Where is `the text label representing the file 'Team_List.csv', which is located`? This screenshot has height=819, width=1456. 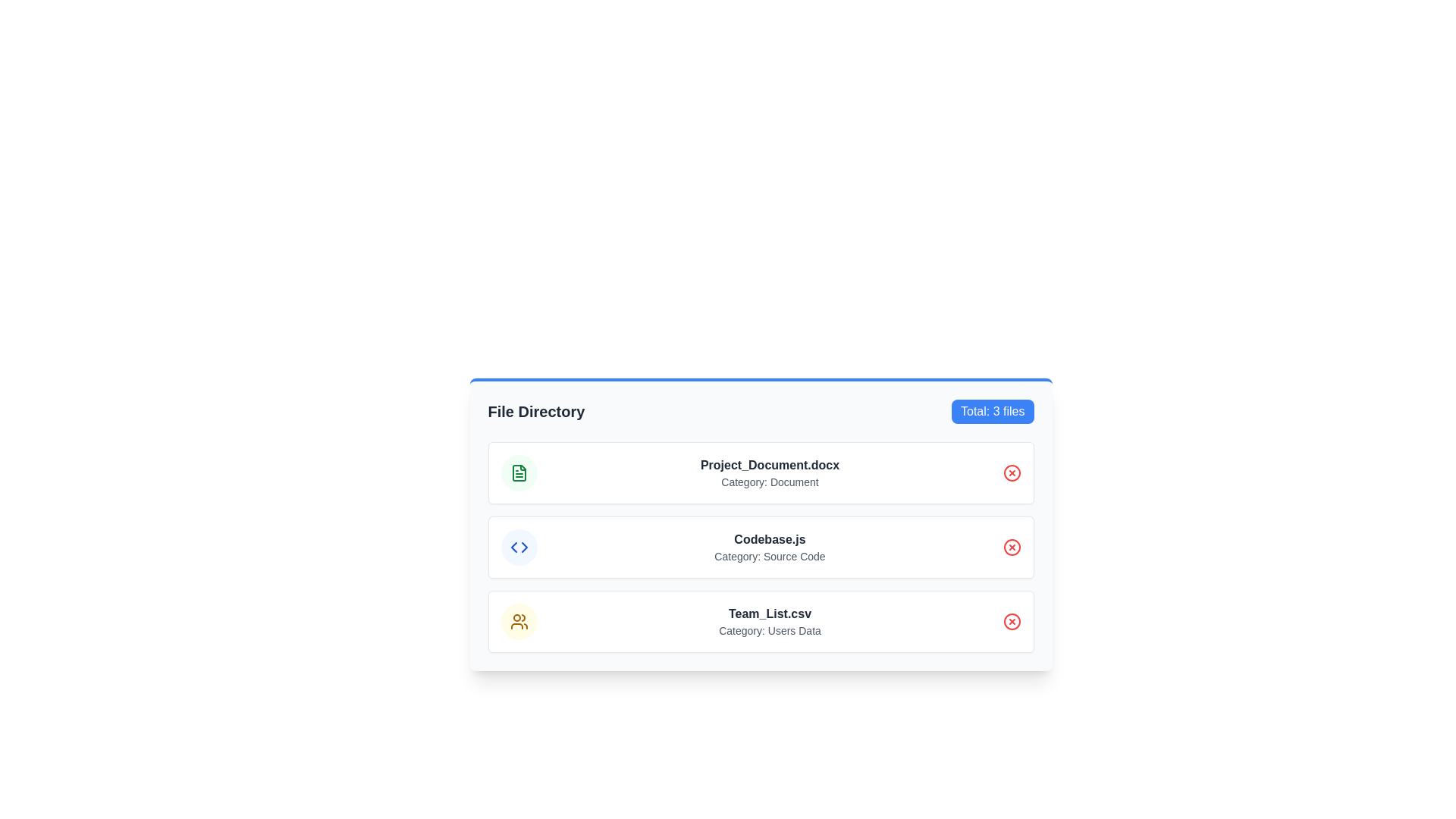
the text label representing the file 'Team_List.csv', which is located is located at coordinates (770, 614).